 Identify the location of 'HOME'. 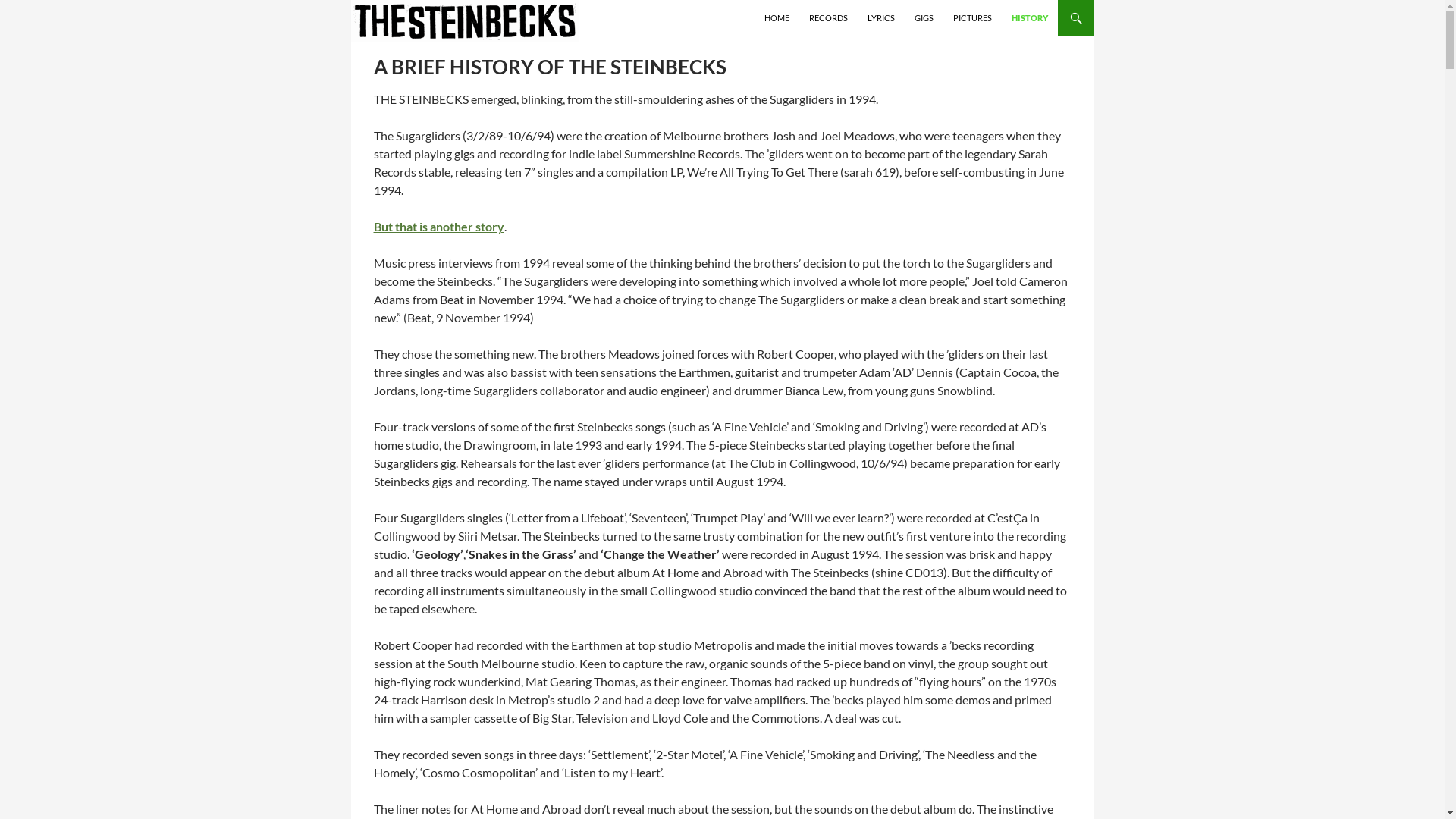
(777, 17).